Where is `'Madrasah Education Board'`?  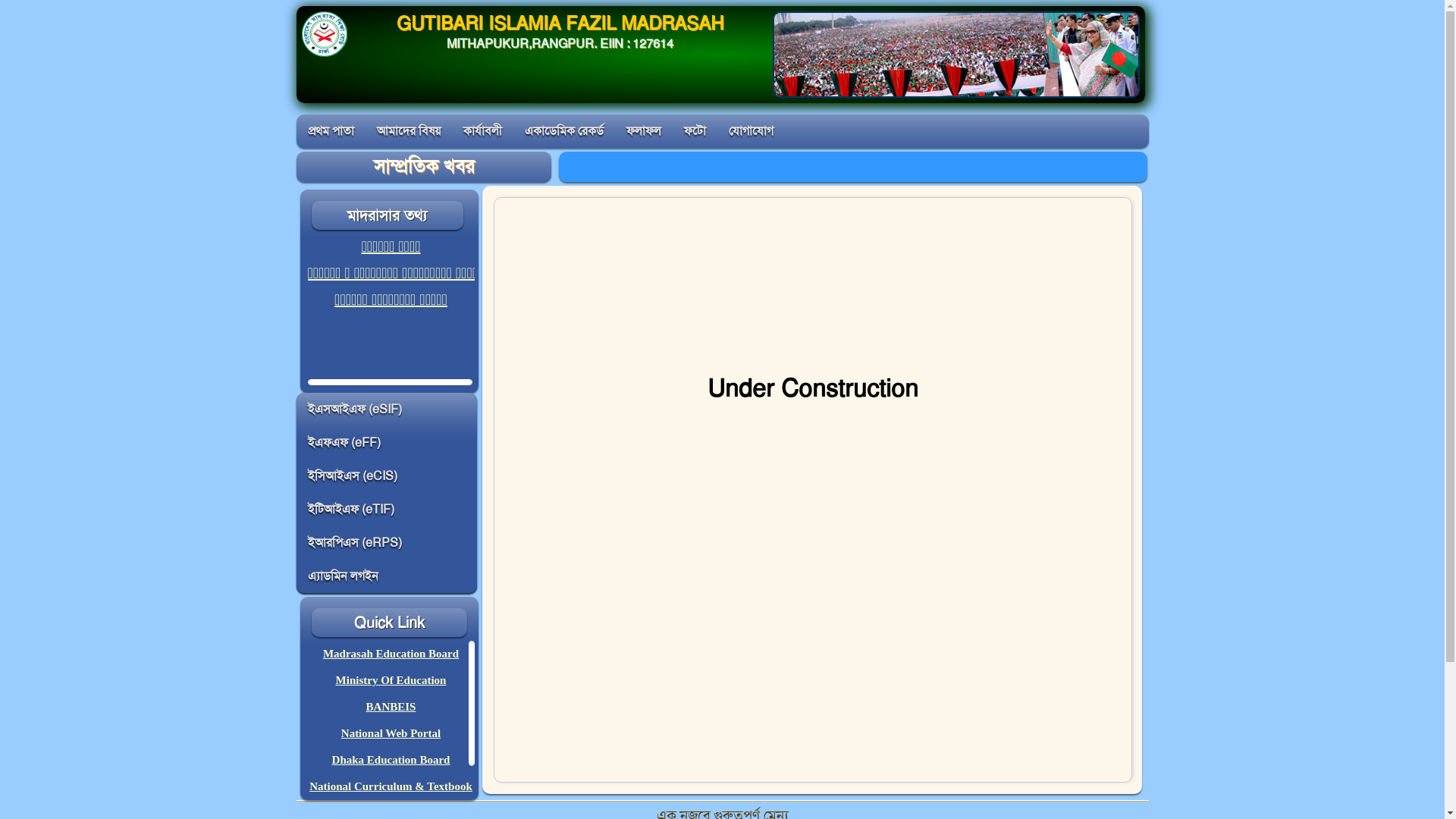 'Madrasah Education Board' is located at coordinates (391, 652).